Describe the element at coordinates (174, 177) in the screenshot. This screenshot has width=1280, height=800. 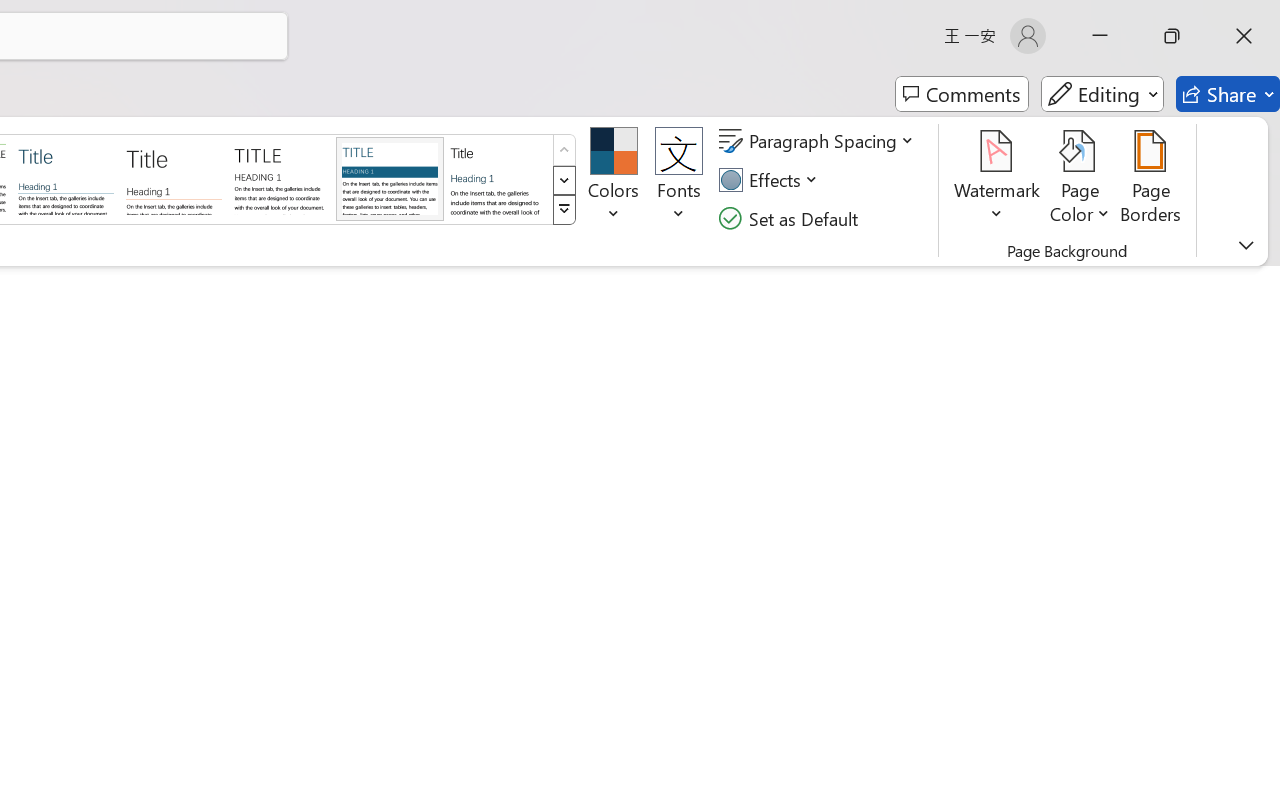
I see `'Lines (Stylish)'` at that location.